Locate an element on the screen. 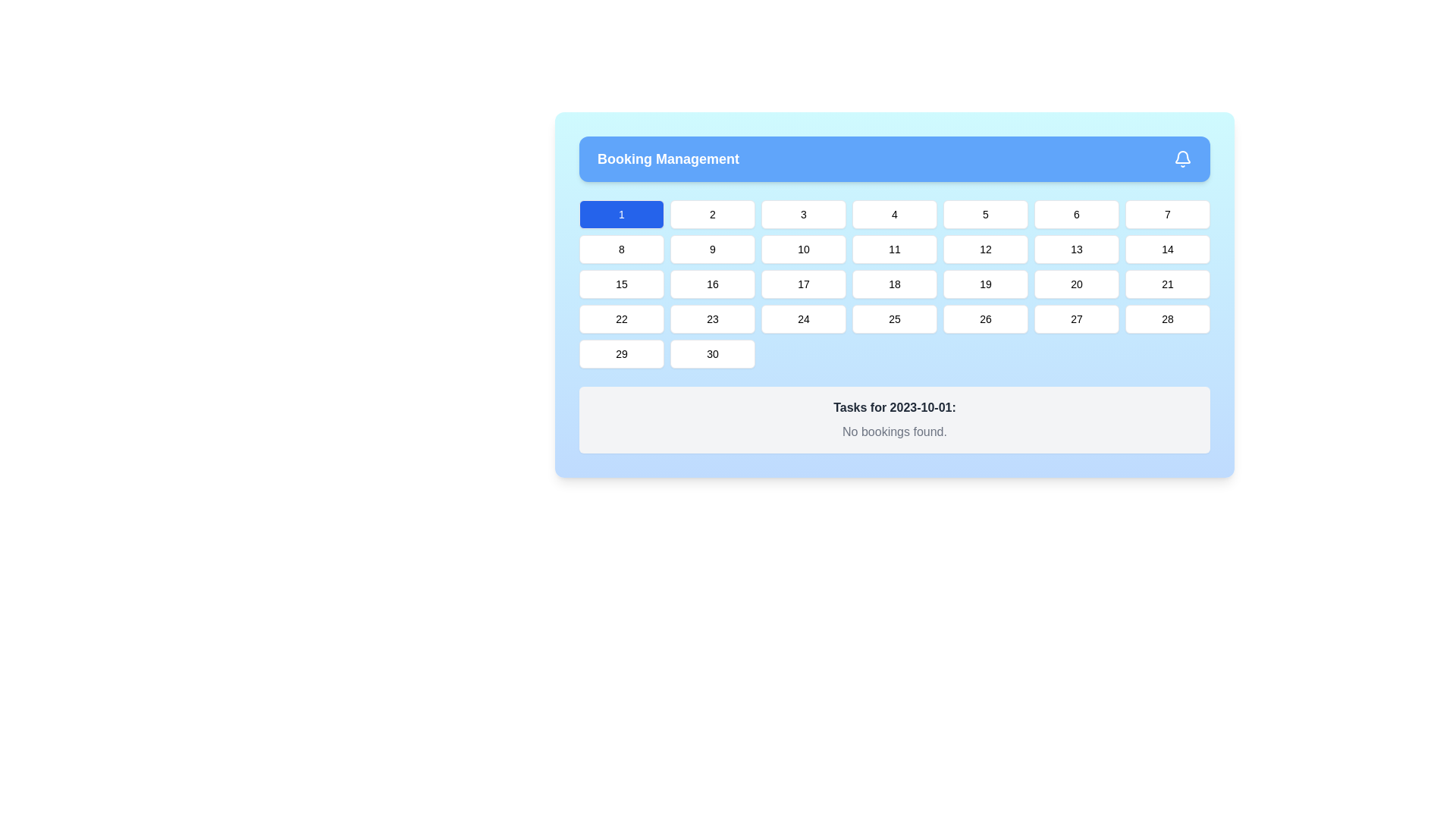  the rounded rectangular button with a white background and the number '3' centered within it is located at coordinates (803, 214).